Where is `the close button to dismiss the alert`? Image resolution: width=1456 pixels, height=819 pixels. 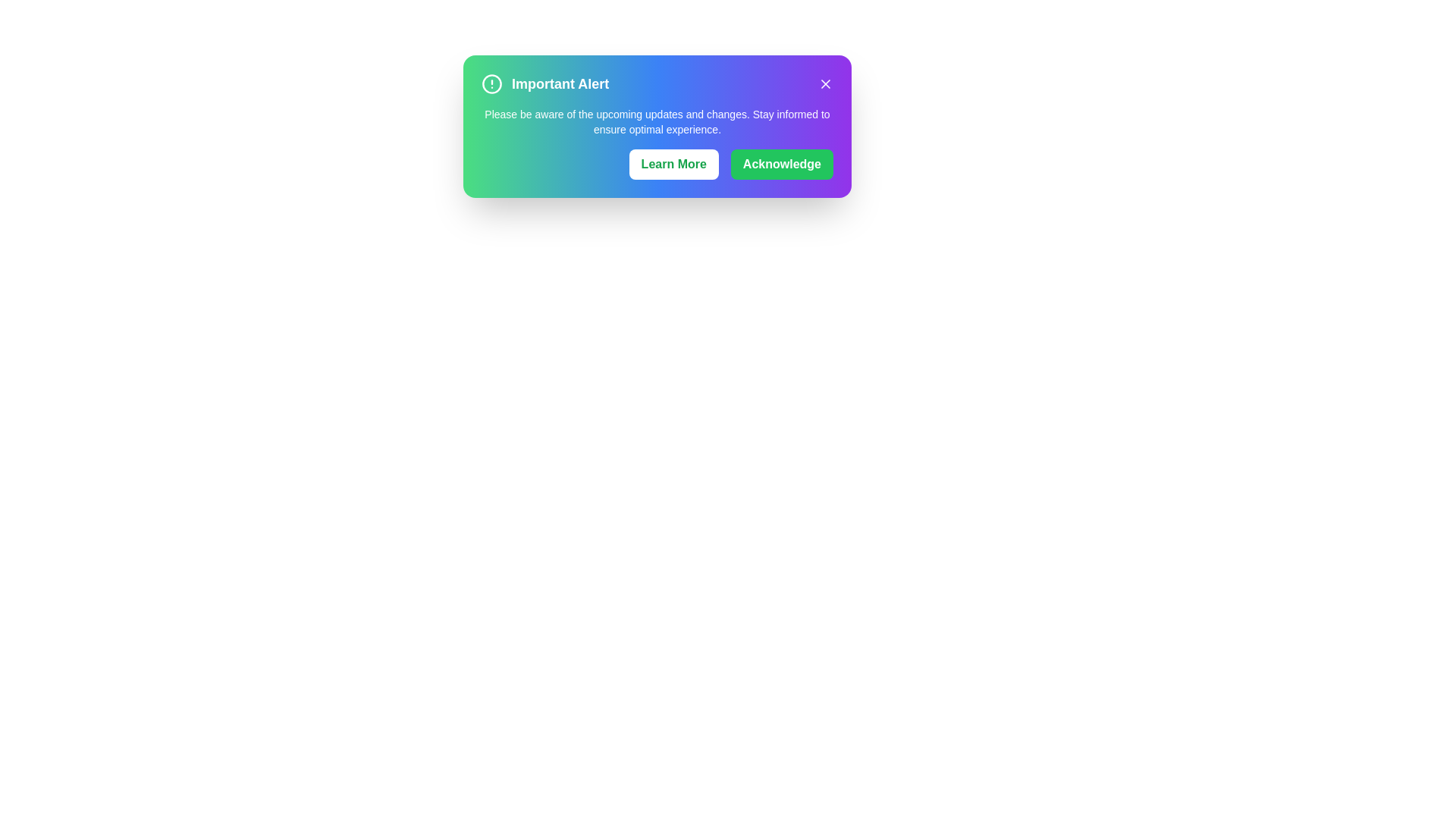 the close button to dismiss the alert is located at coordinates (825, 84).